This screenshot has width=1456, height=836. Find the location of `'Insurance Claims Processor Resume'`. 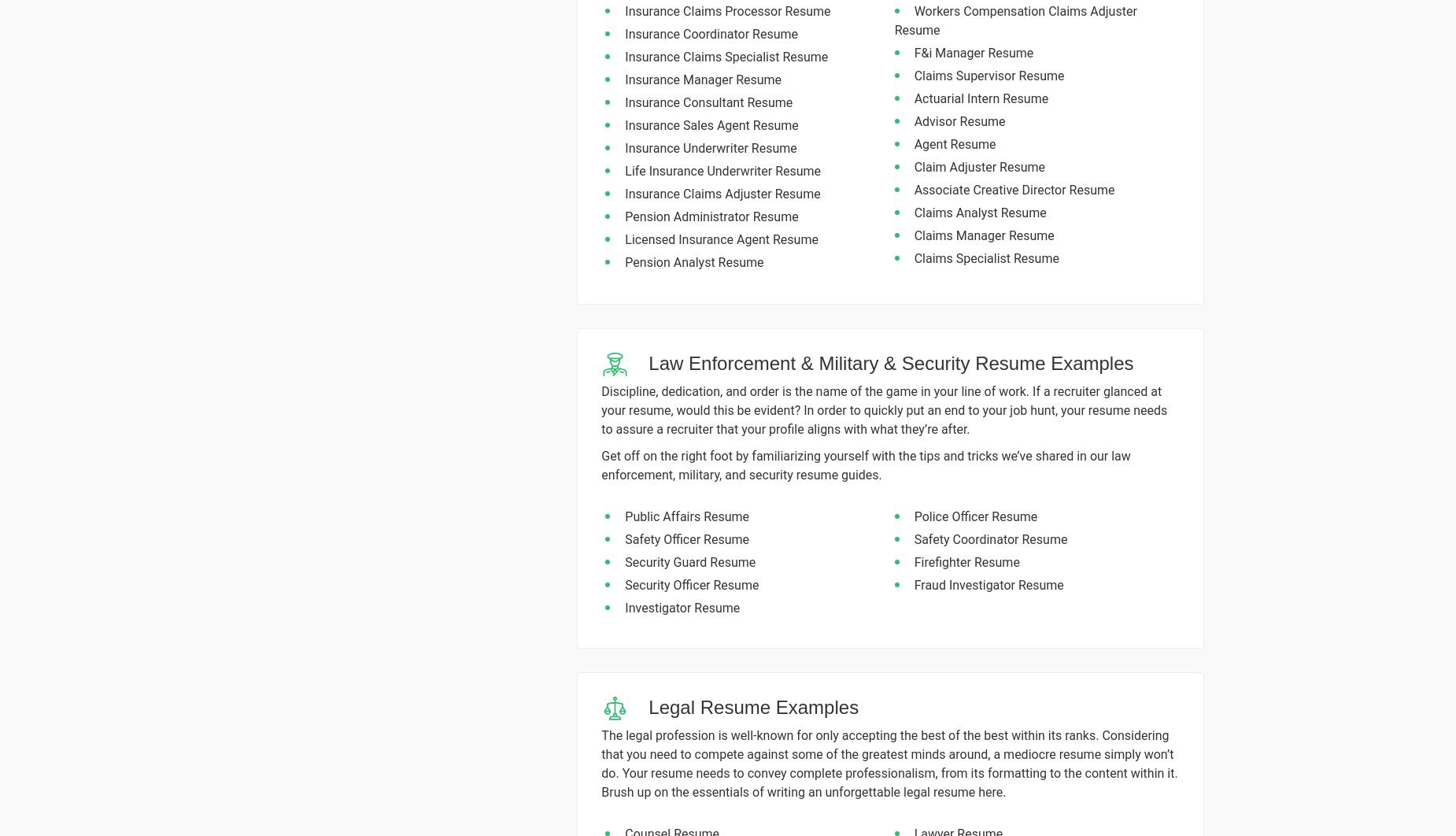

'Insurance Claims Processor Resume' is located at coordinates (727, 10).